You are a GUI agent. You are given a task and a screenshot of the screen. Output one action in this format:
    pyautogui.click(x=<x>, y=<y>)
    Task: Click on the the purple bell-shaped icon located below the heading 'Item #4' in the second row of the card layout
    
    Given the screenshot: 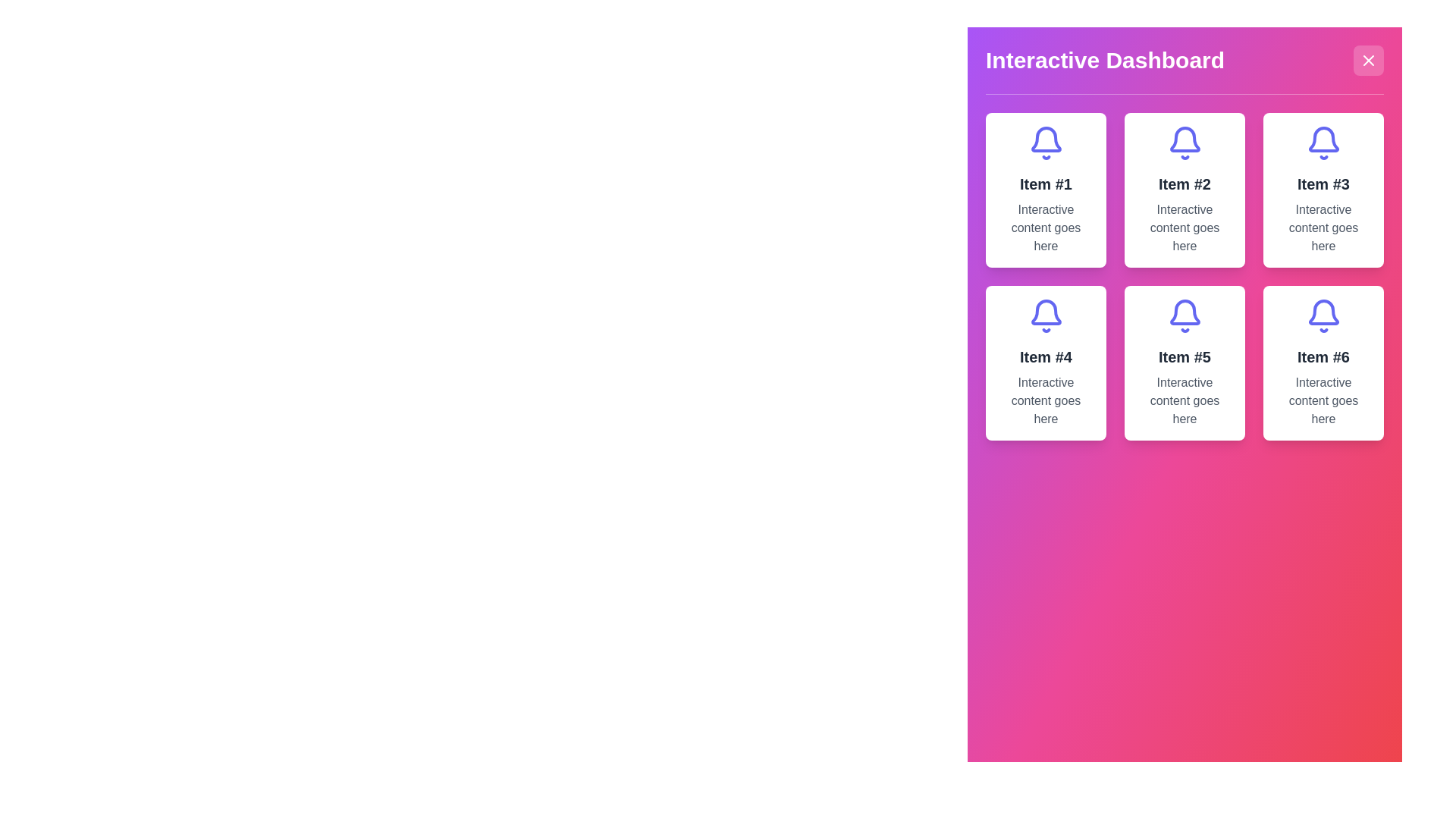 What is the action you would take?
    pyautogui.click(x=1045, y=315)
    